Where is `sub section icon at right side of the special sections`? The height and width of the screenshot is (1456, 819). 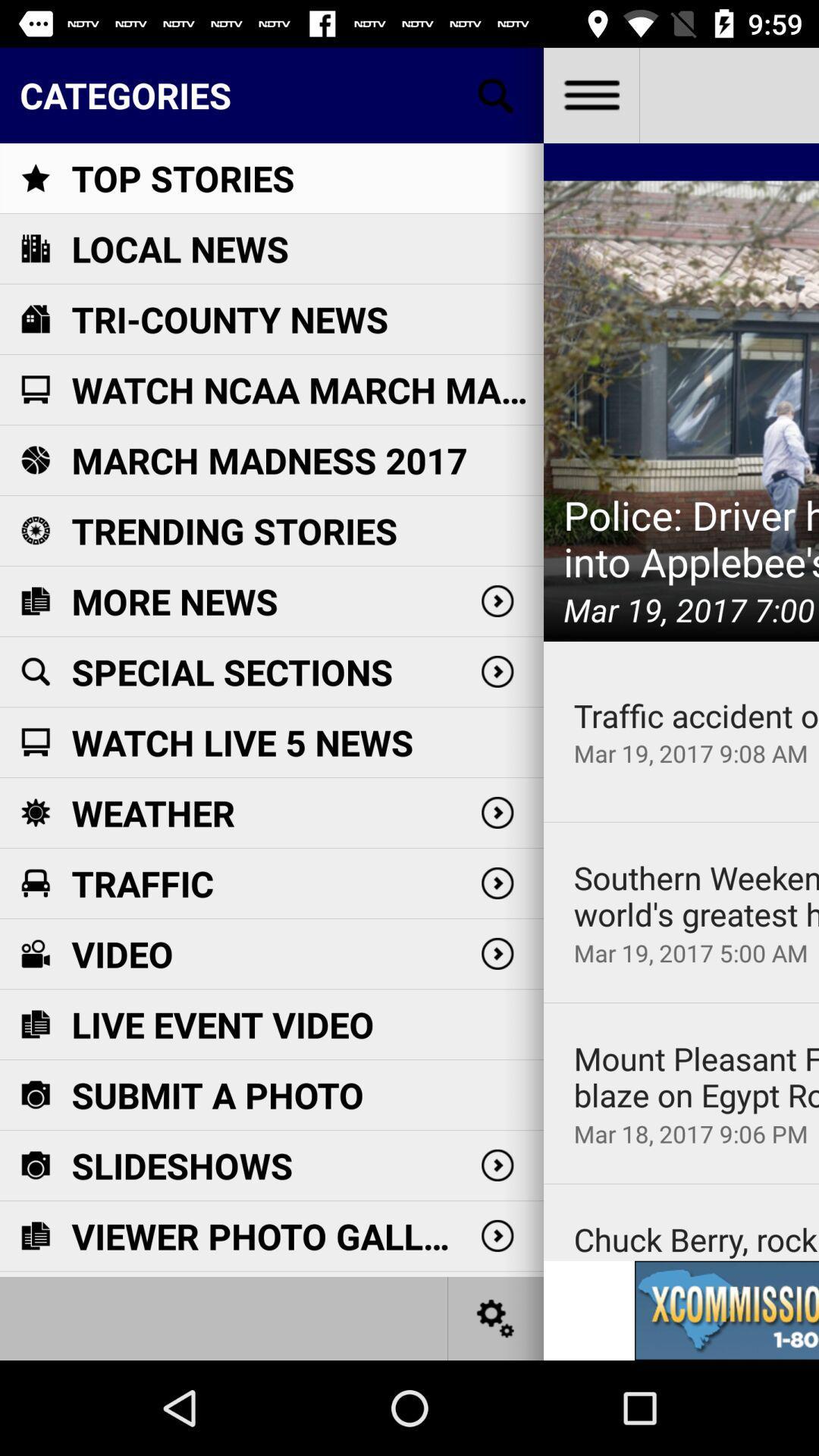
sub section icon at right side of the special sections is located at coordinates (497, 671).